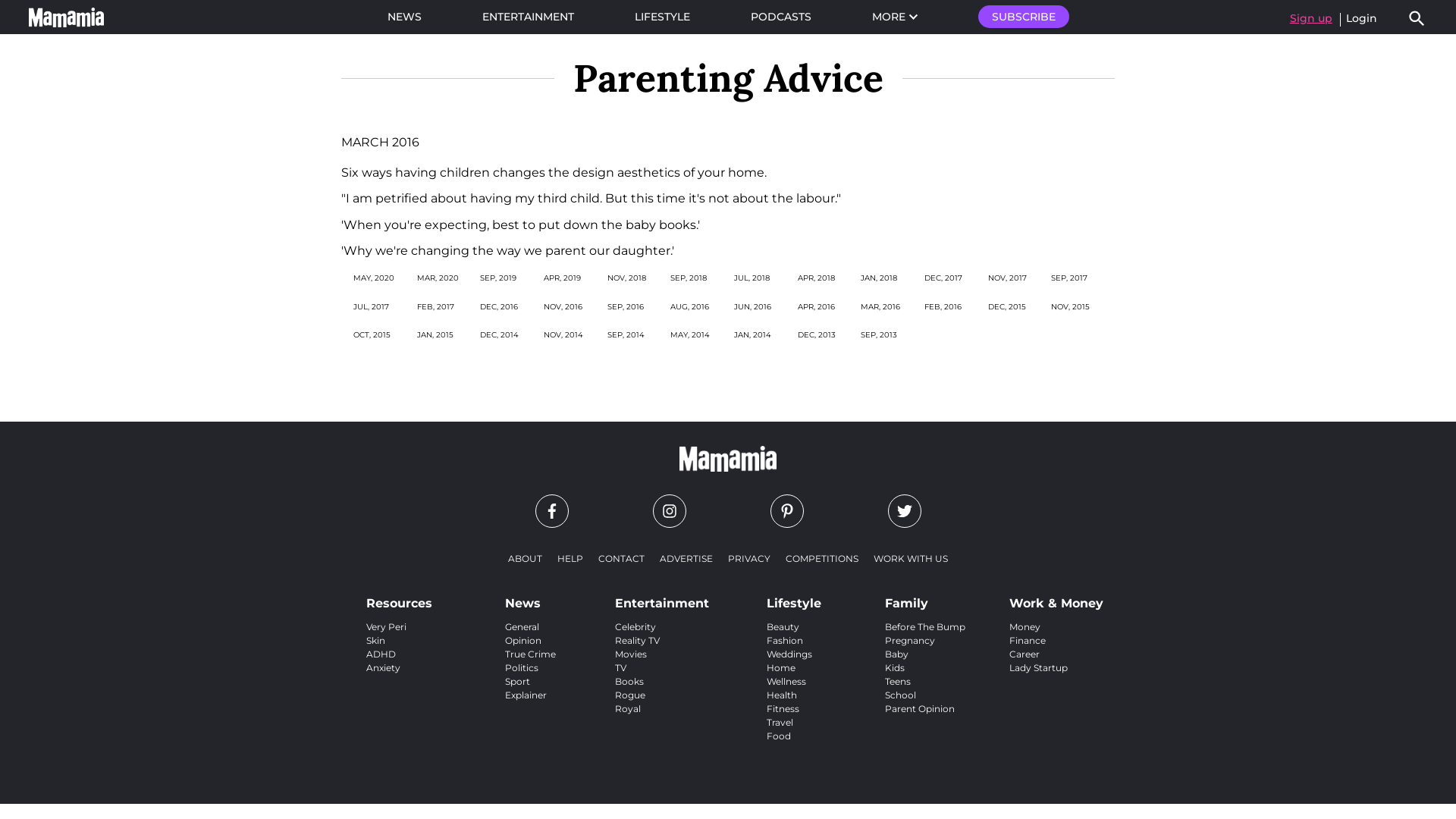 The image size is (1456, 819). I want to click on 'NOV, 2017', so click(1007, 278).